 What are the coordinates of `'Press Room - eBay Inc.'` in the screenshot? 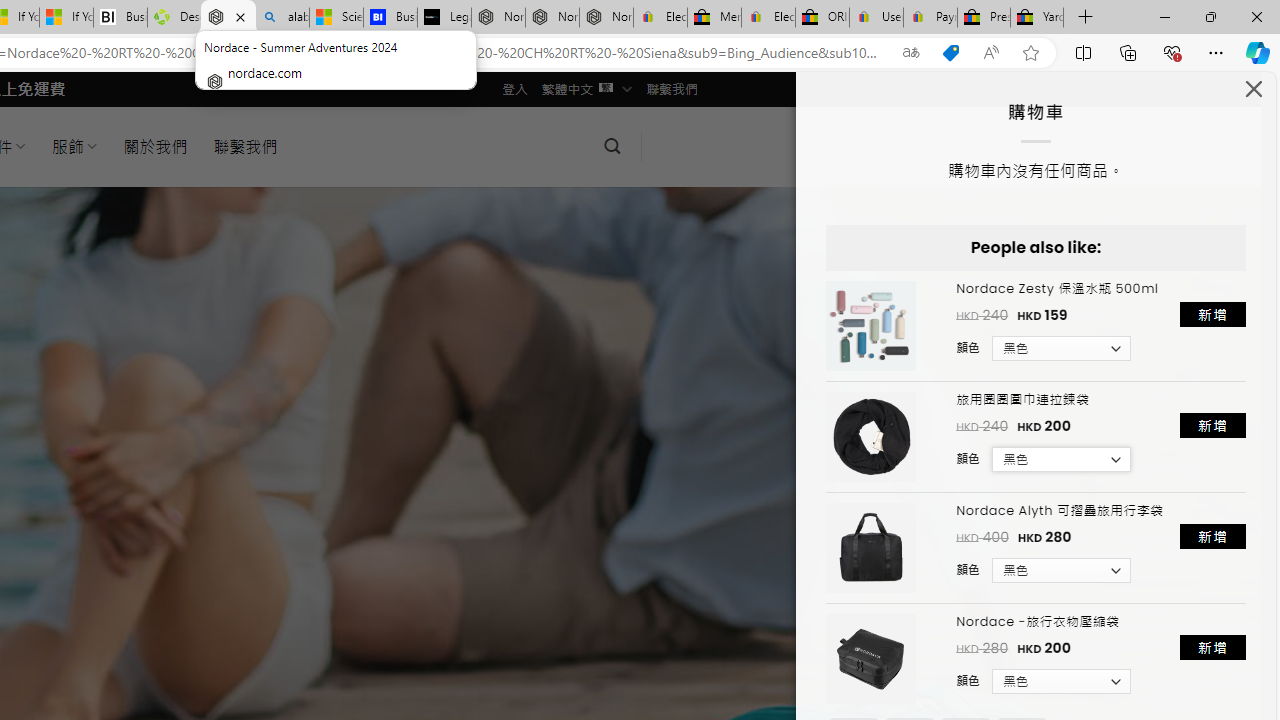 It's located at (983, 17).